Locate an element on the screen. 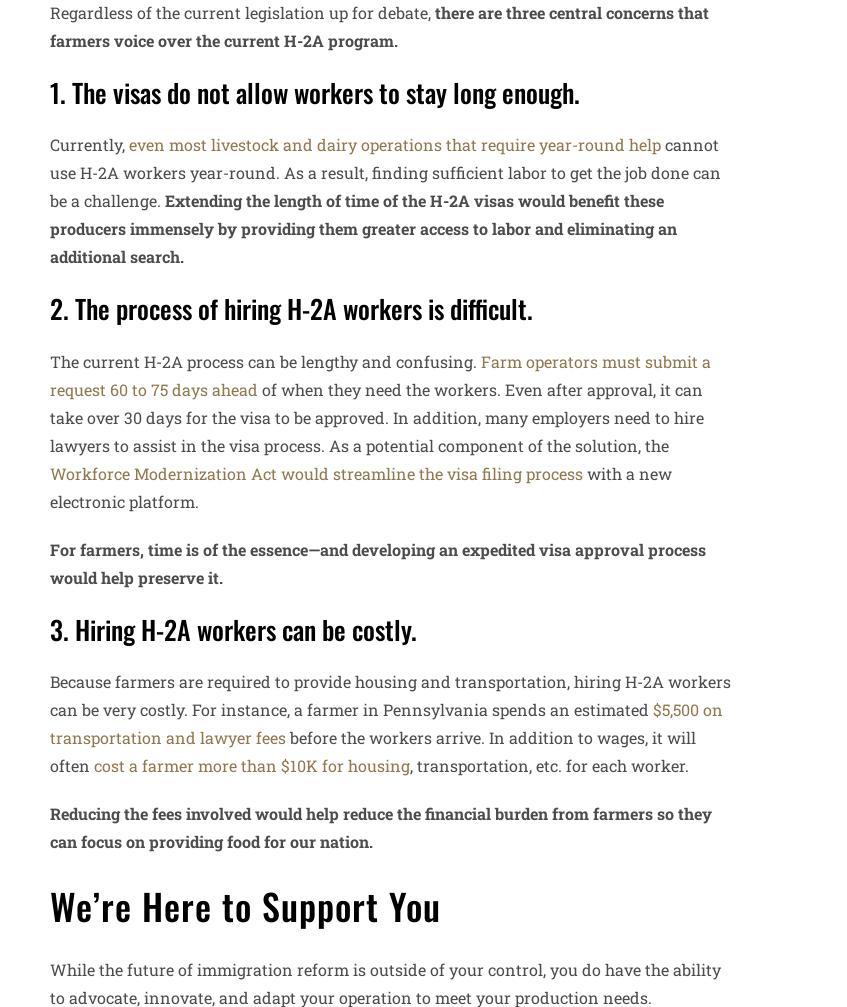 This screenshot has height=1007, width=847. 'Farm operators must submit a request 60 to 75 days ahead' is located at coordinates (379, 374).